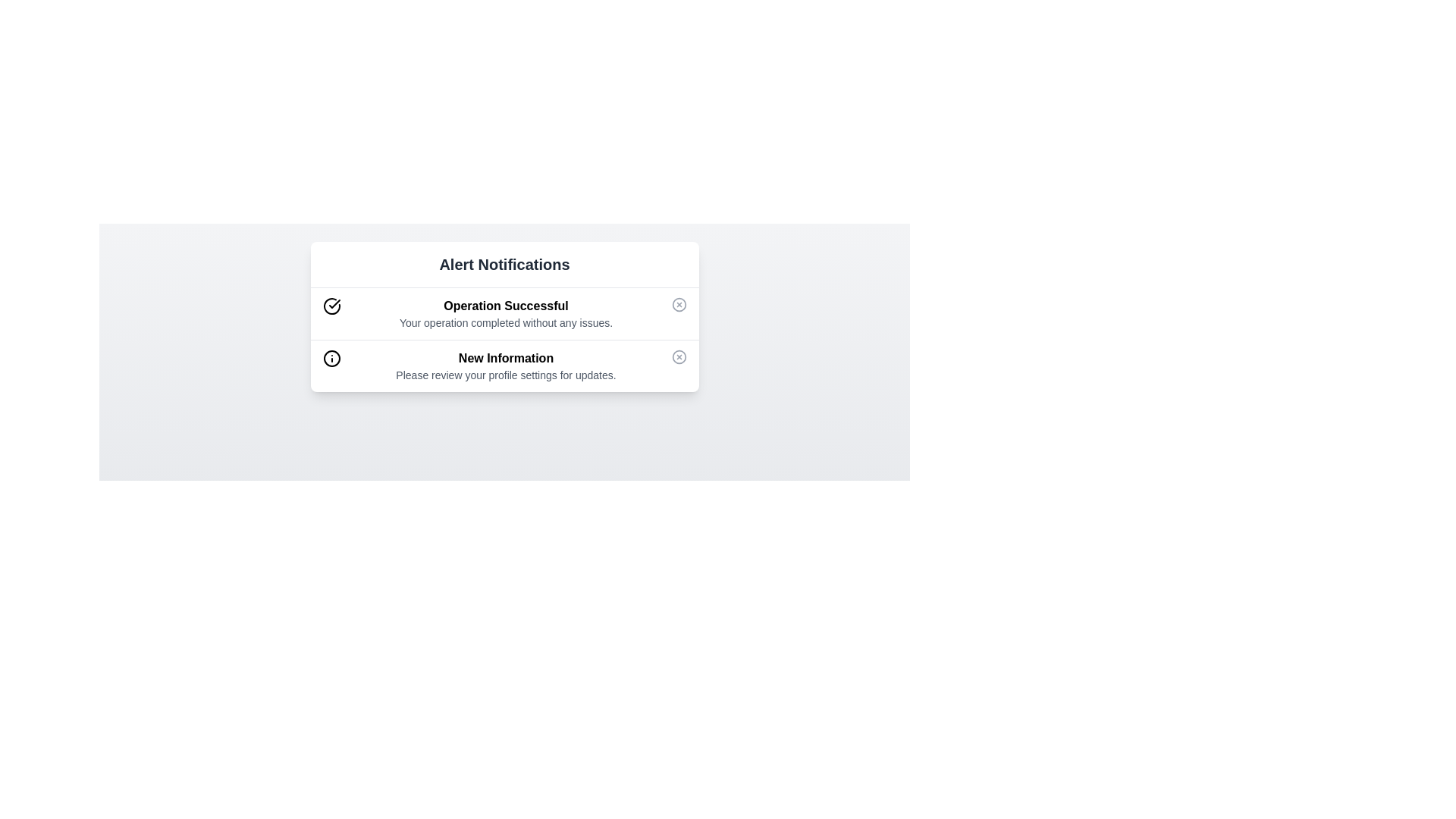 The height and width of the screenshot is (819, 1456). Describe the element at coordinates (506, 322) in the screenshot. I see `static text display message 'Your operation completed without any issues.' which is styled in gray font and positioned under the header 'Operation Successful'` at that location.